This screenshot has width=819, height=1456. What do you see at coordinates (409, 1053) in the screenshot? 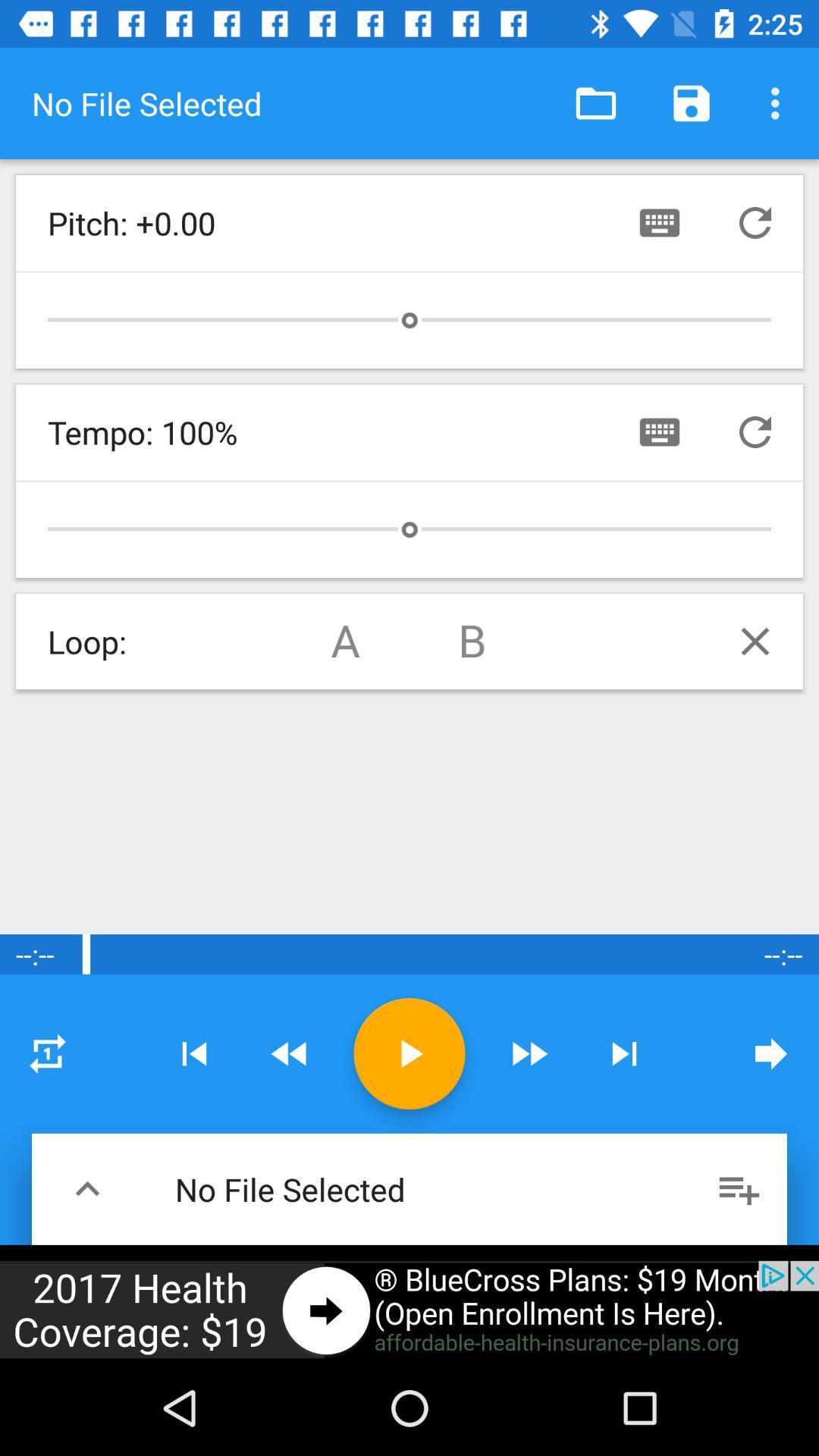
I see `play` at bounding box center [409, 1053].